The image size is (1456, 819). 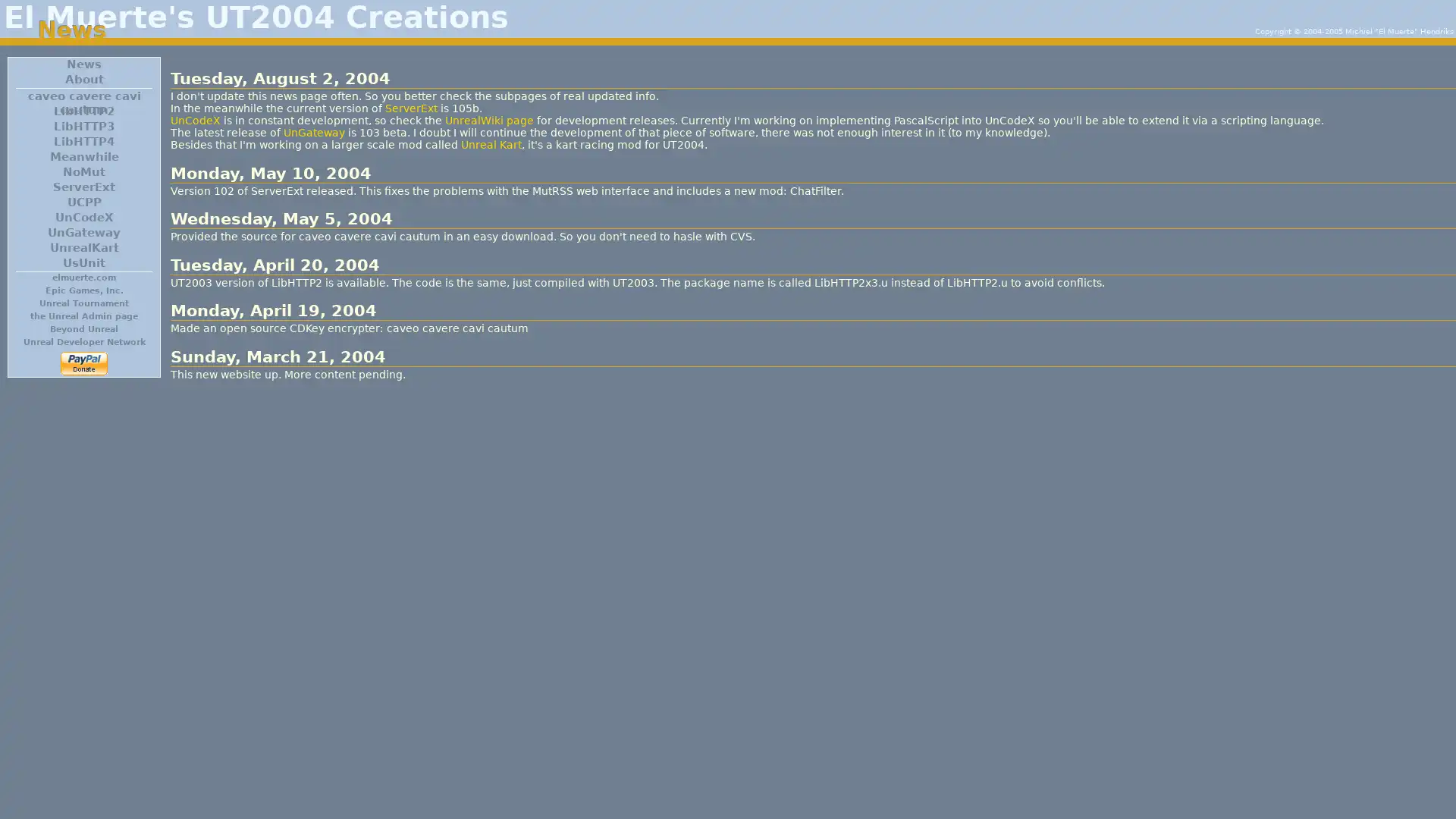 What do you see at coordinates (83, 363) in the screenshot?
I see `Make payments with PayPal - it's fast, free and secure!` at bounding box center [83, 363].